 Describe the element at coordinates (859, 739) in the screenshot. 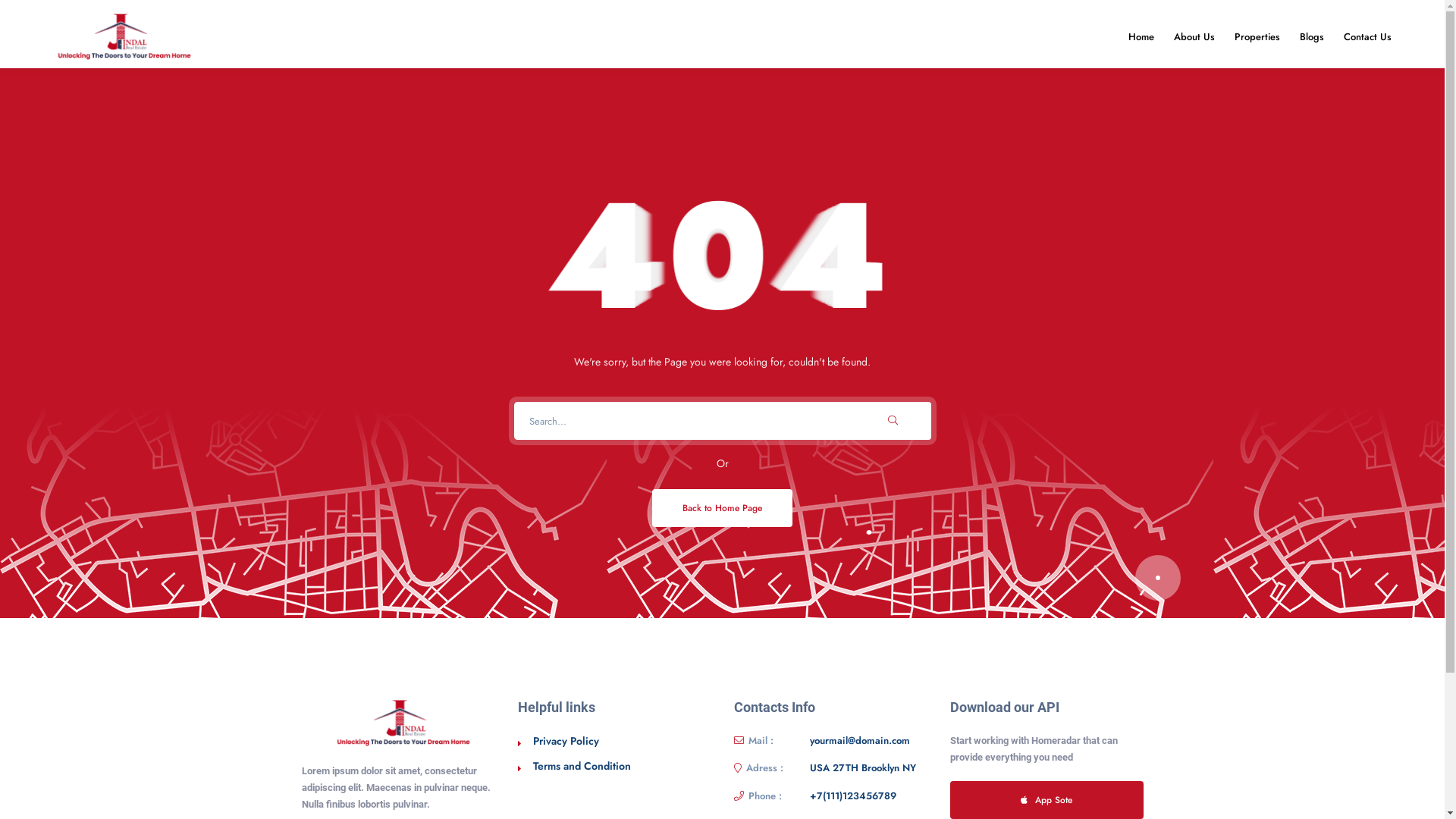

I see `'yourmail@domain.com'` at that location.